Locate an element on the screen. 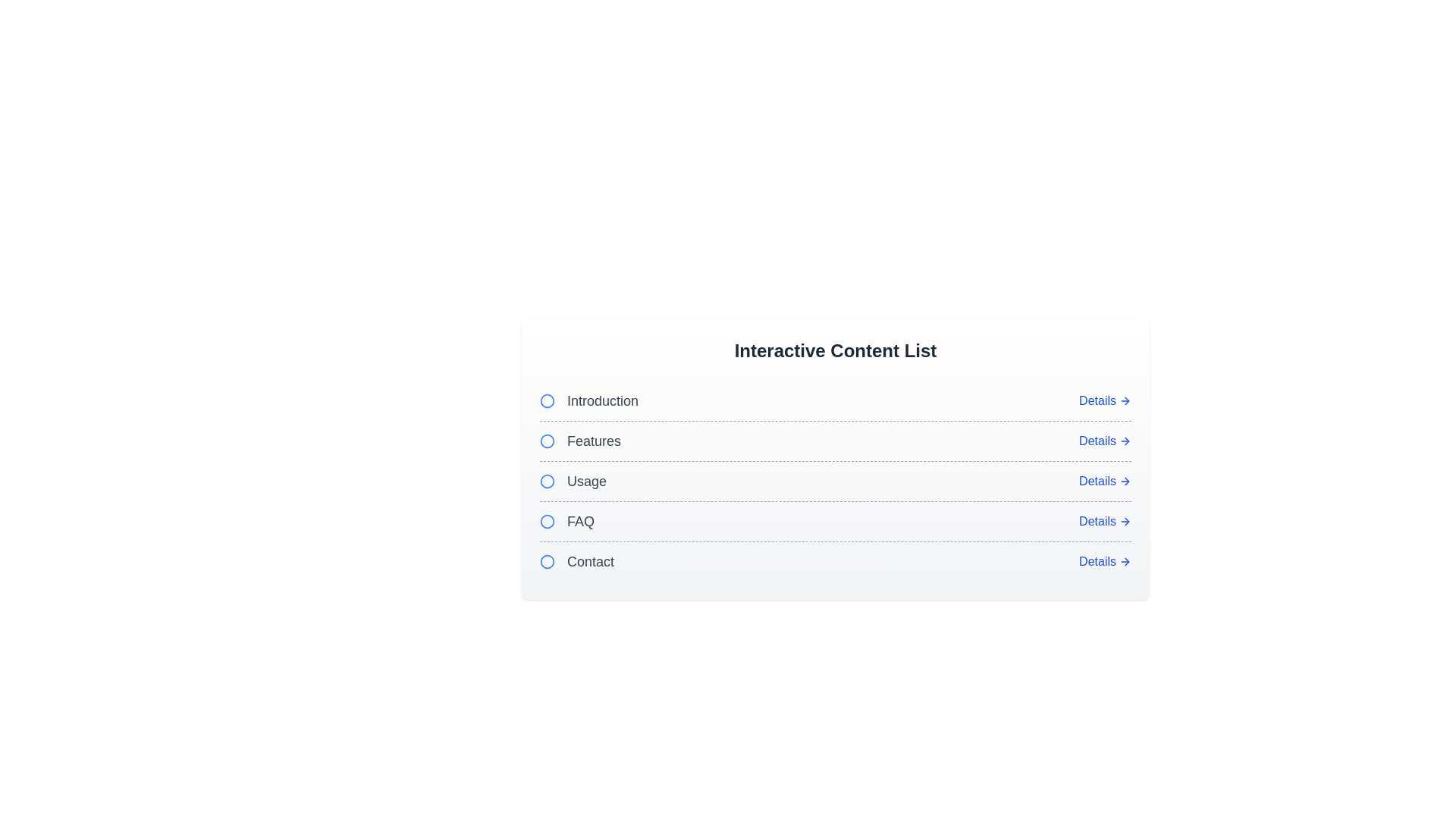 The width and height of the screenshot is (1456, 819). the blue text label 'Details' with an arrow icon in the 'Usage' row is located at coordinates (1105, 482).